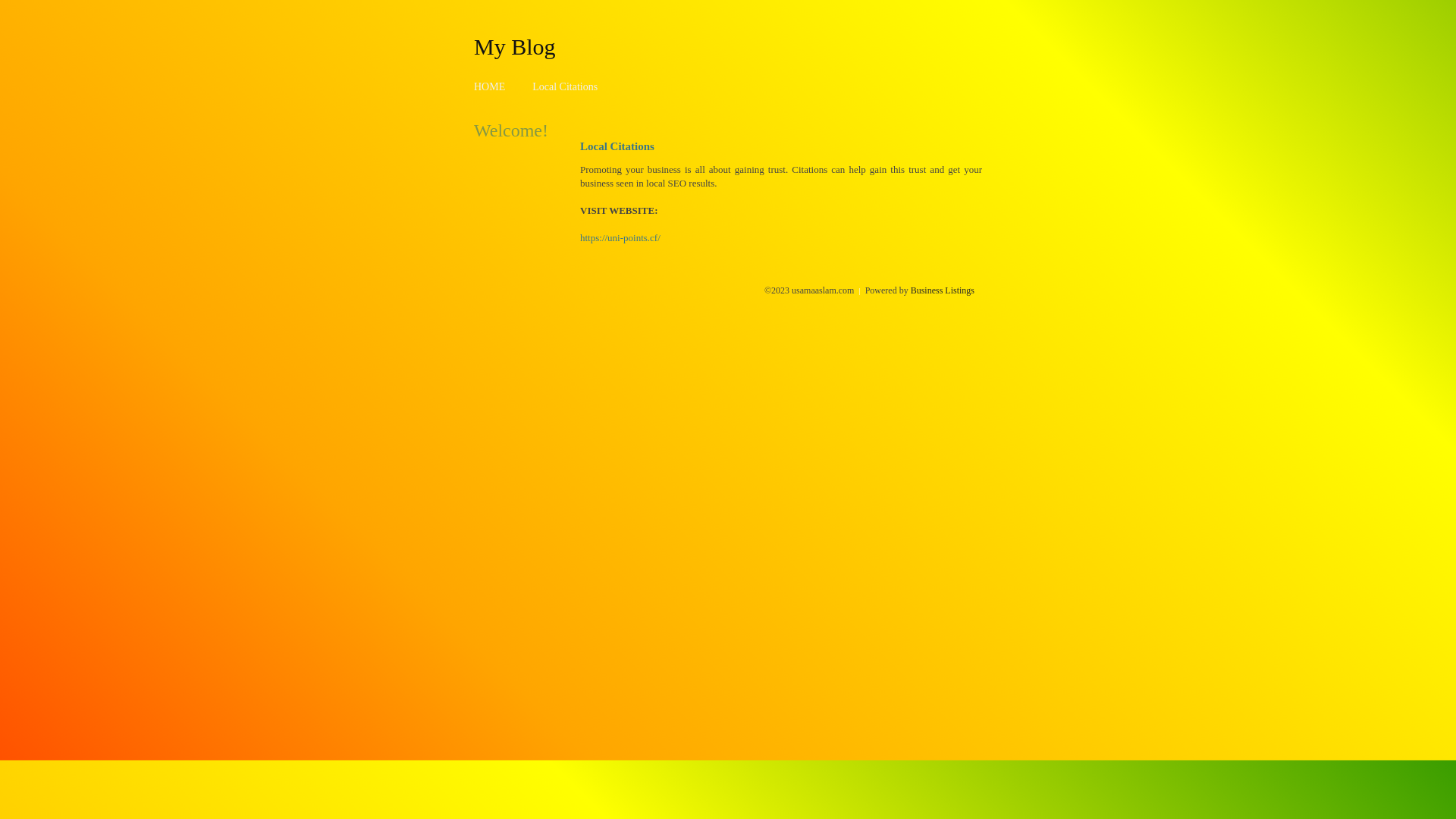  What do you see at coordinates (489, 86) in the screenshot?
I see `'HOME'` at bounding box center [489, 86].